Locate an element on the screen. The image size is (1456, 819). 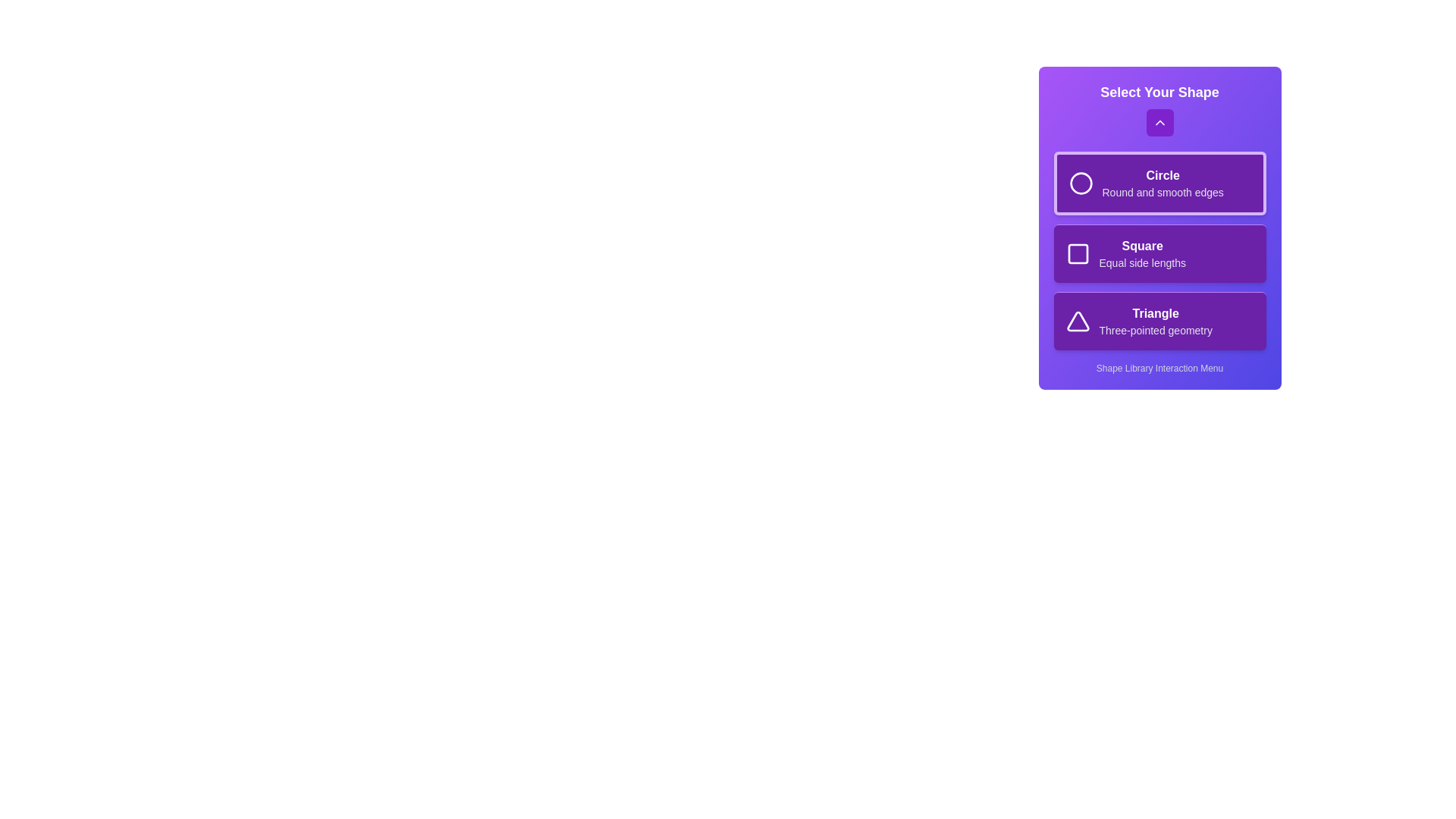
the icon of the shape Circle is located at coordinates (1080, 183).